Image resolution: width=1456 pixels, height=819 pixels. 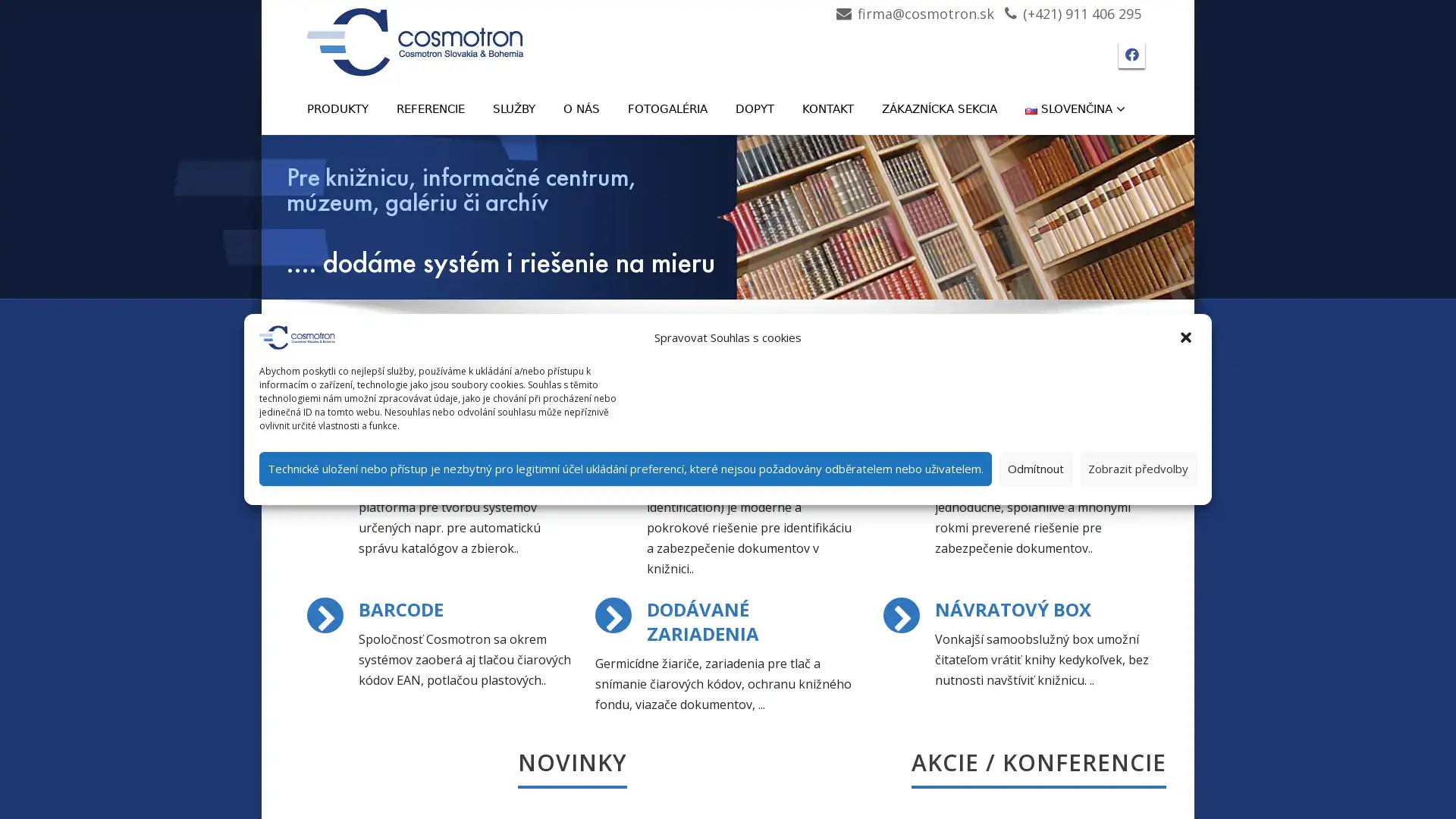 I want to click on Technicke ulozeni nebo pristup je nezbytny pro legitimni ucel ukladani preferenci, ktere nejsou pozadovany odberatelem nebo uzivatelem., so click(x=626, y=467).